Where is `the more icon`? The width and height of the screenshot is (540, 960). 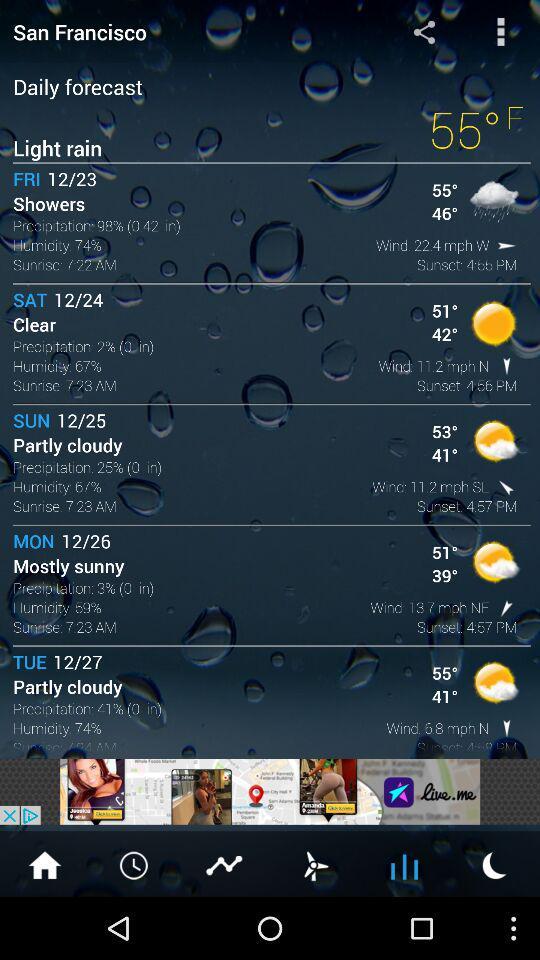 the more icon is located at coordinates (500, 33).